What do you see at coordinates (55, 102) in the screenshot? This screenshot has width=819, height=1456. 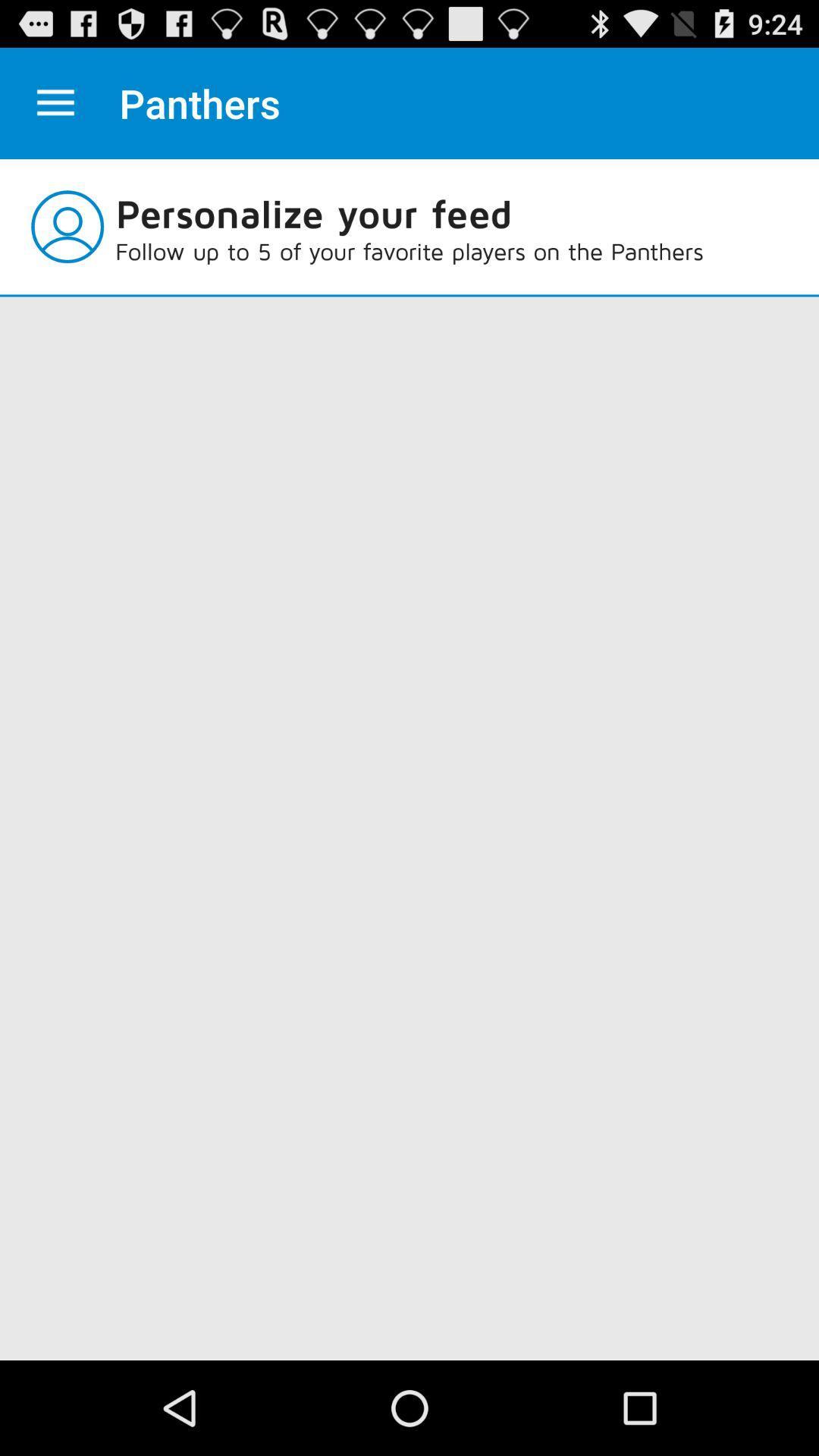 I see `item next to panthers icon` at bounding box center [55, 102].